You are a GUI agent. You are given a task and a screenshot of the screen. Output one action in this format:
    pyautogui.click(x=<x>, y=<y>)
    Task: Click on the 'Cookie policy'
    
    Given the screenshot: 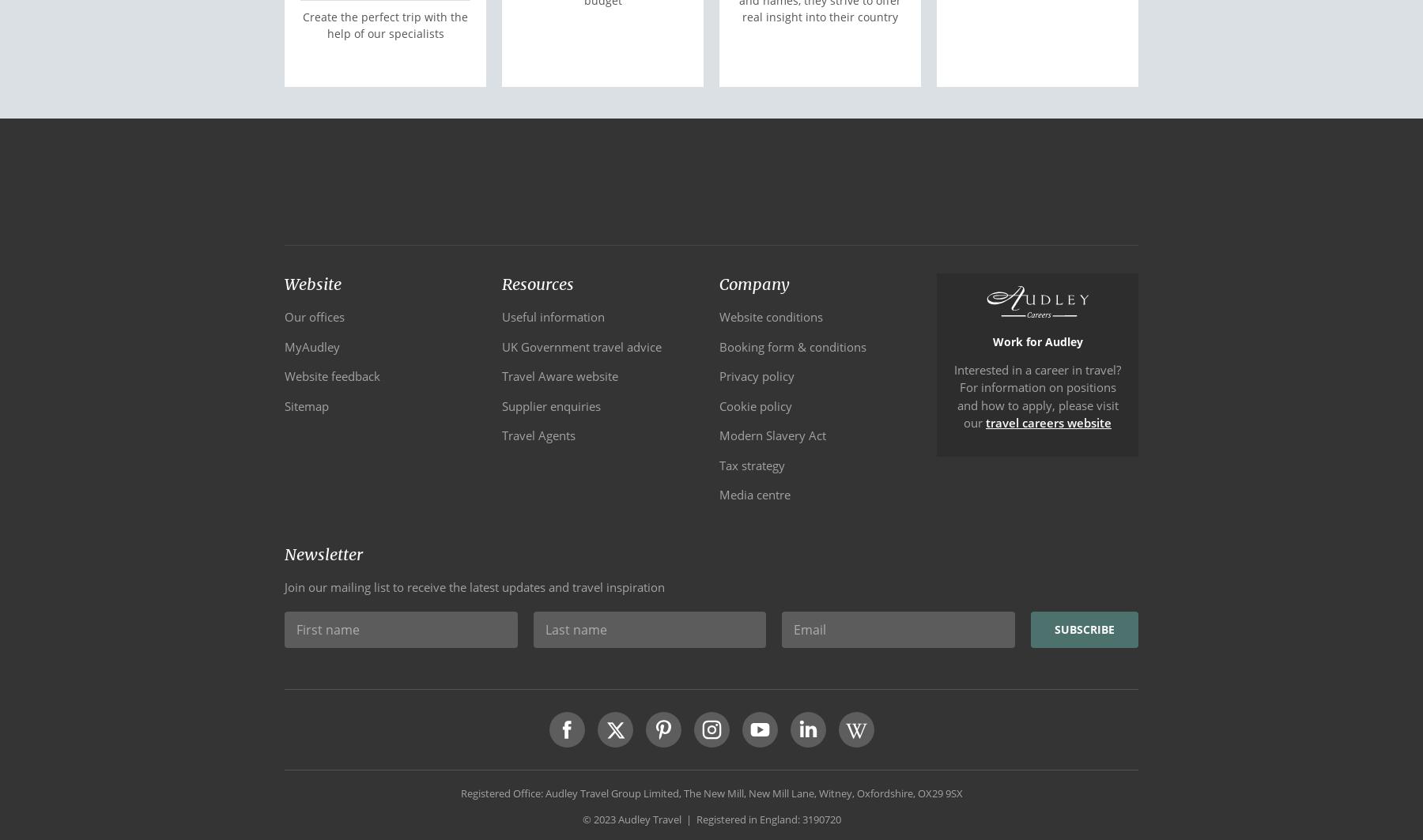 What is the action you would take?
    pyautogui.click(x=754, y=405)
    